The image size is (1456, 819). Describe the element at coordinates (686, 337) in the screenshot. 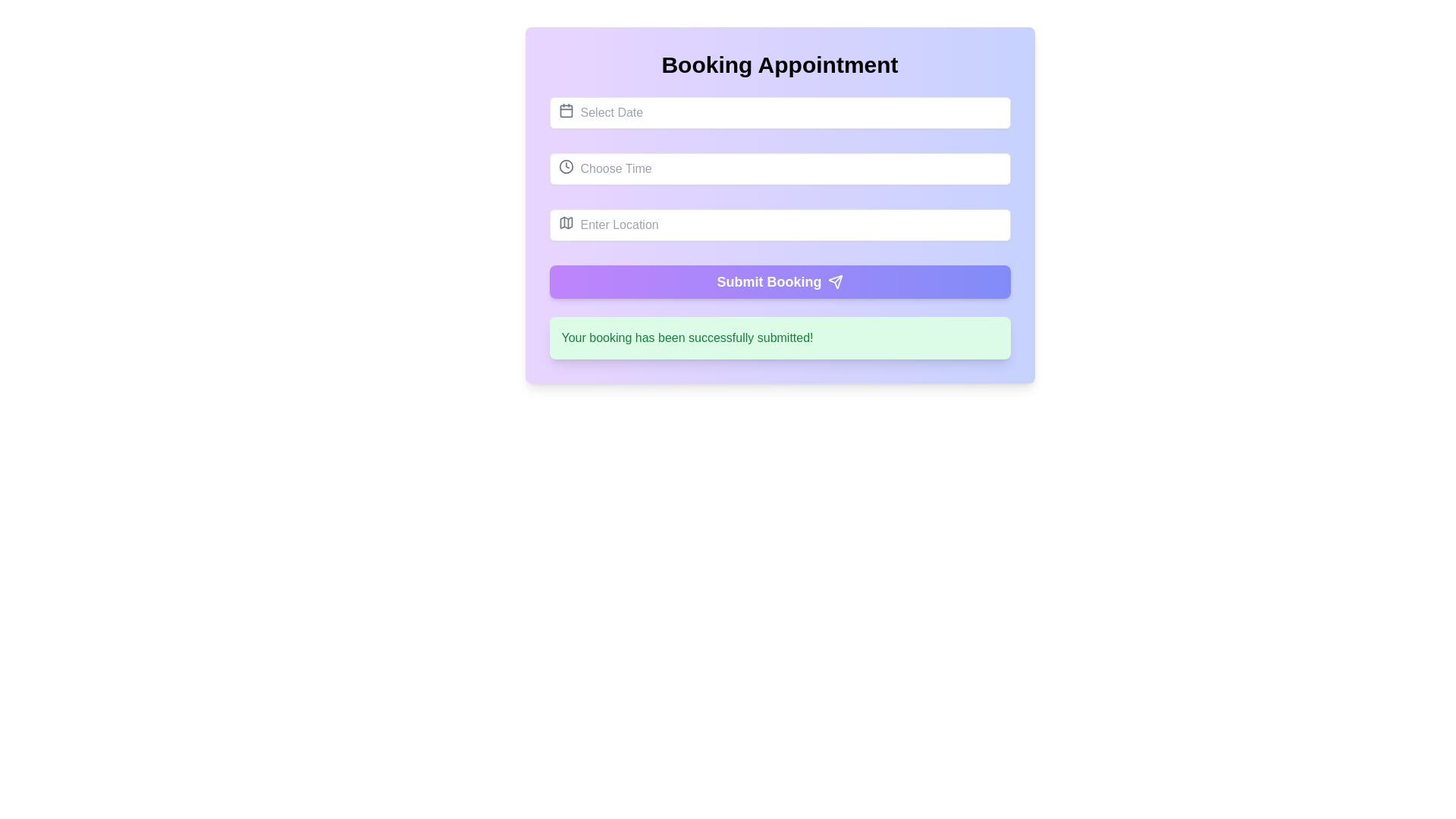

I see `confirmation message displayed in the static text area located at the center of the green notification box beneath the 'Submit Booking' button` at that location.